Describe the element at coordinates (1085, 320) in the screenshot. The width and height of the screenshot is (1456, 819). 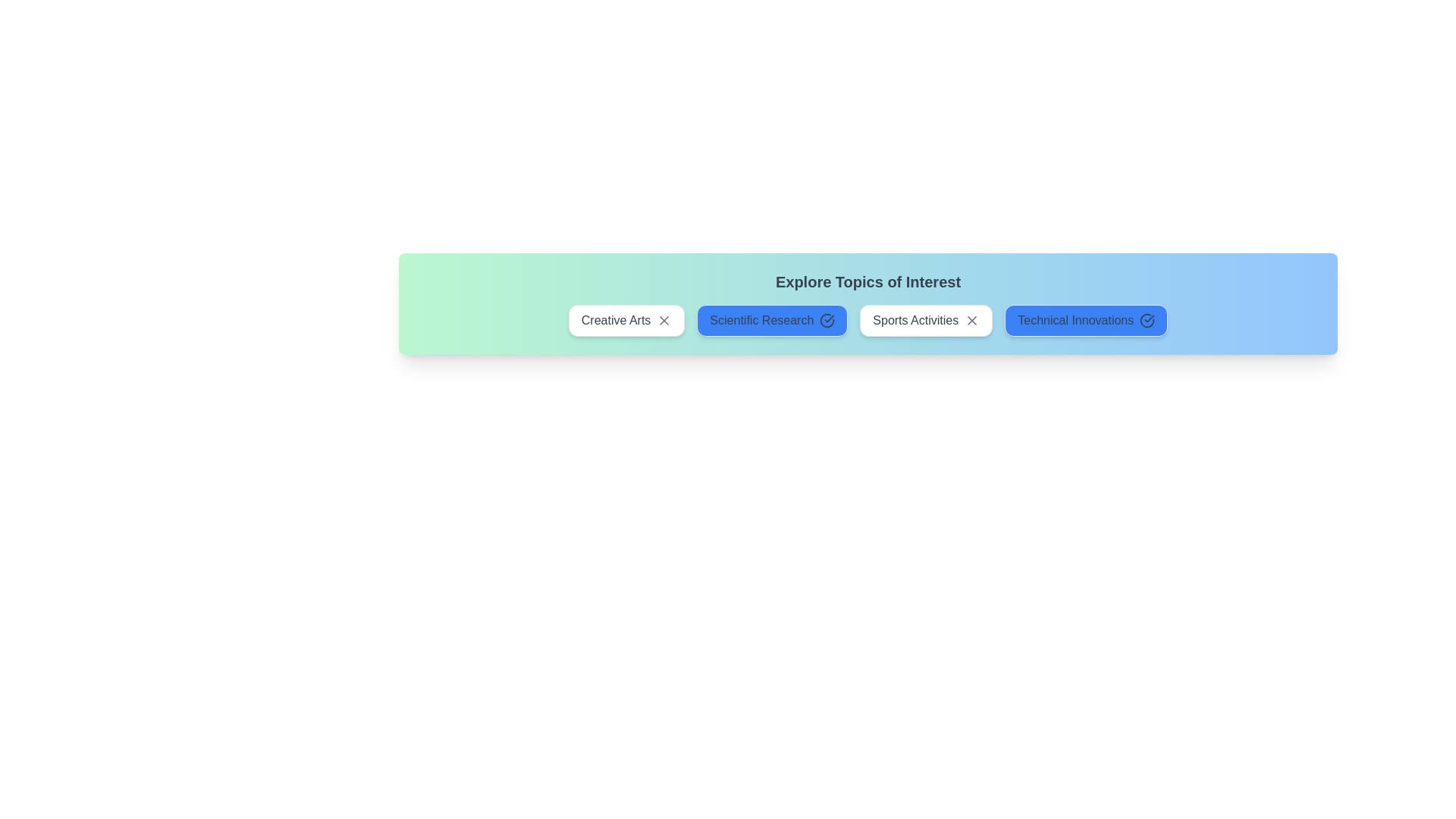
I see `the chip labeled 'Technical Innovations' to observe its visual feedback` at that location.